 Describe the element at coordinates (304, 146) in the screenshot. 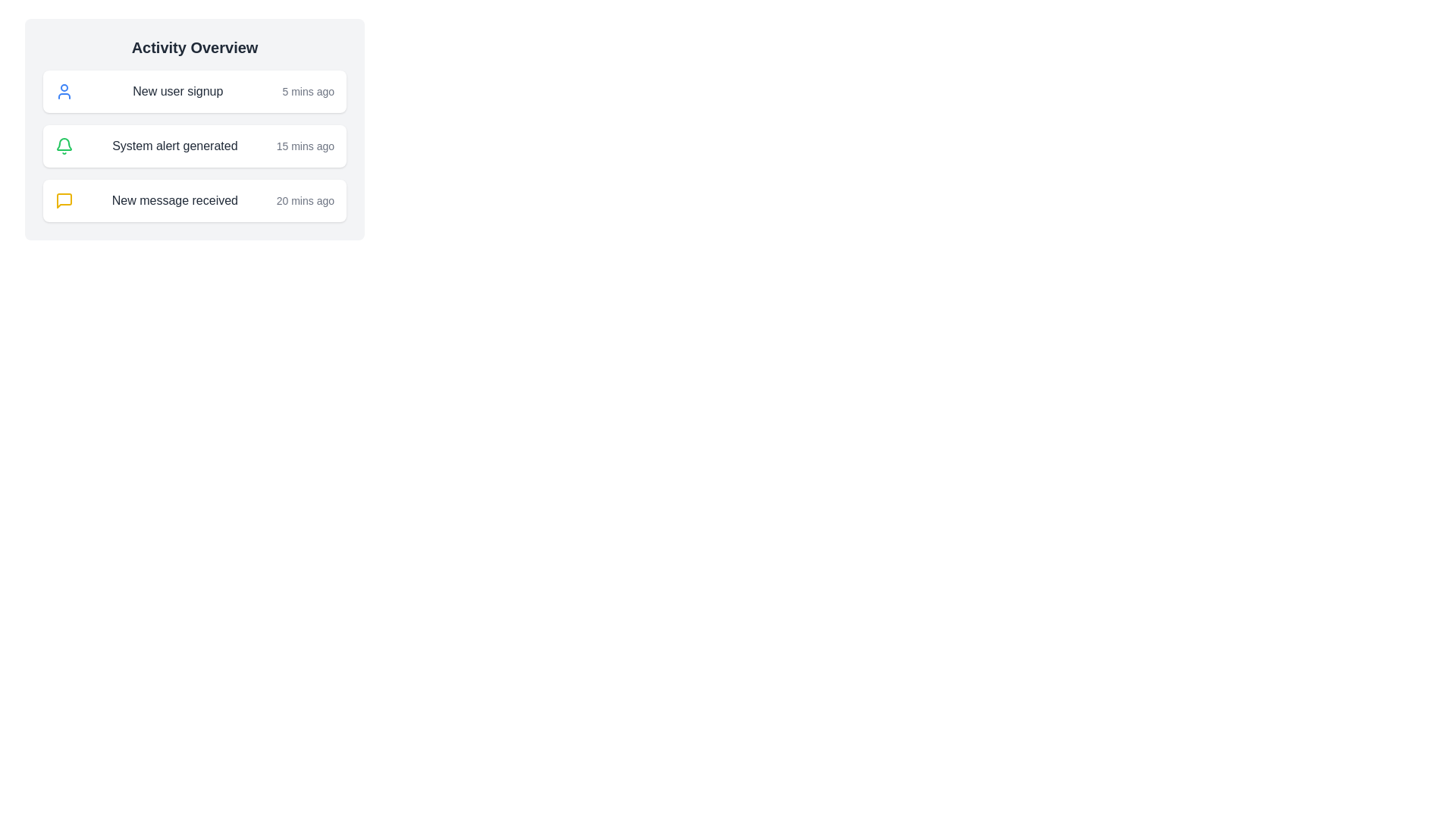

I see `the text label that informs the user about the time associated with the task or event 'System alert generated', located to the far right within the notification box` at that location.